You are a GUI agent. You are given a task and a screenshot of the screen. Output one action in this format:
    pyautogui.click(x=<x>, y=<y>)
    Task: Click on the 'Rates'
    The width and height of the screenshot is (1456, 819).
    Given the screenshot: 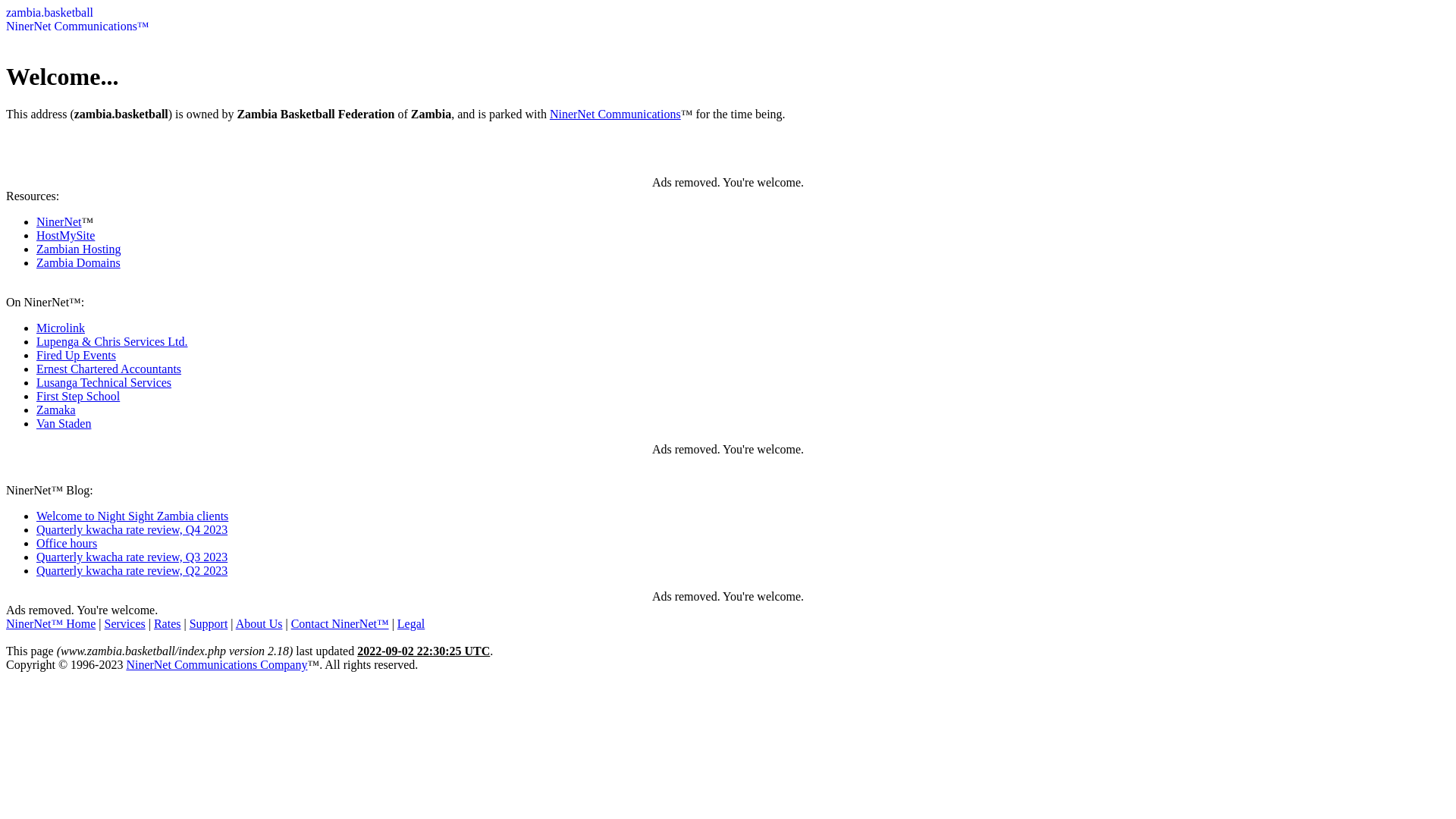 What is the action you would take?
    pyautogui.click(x=167, y=623)
    